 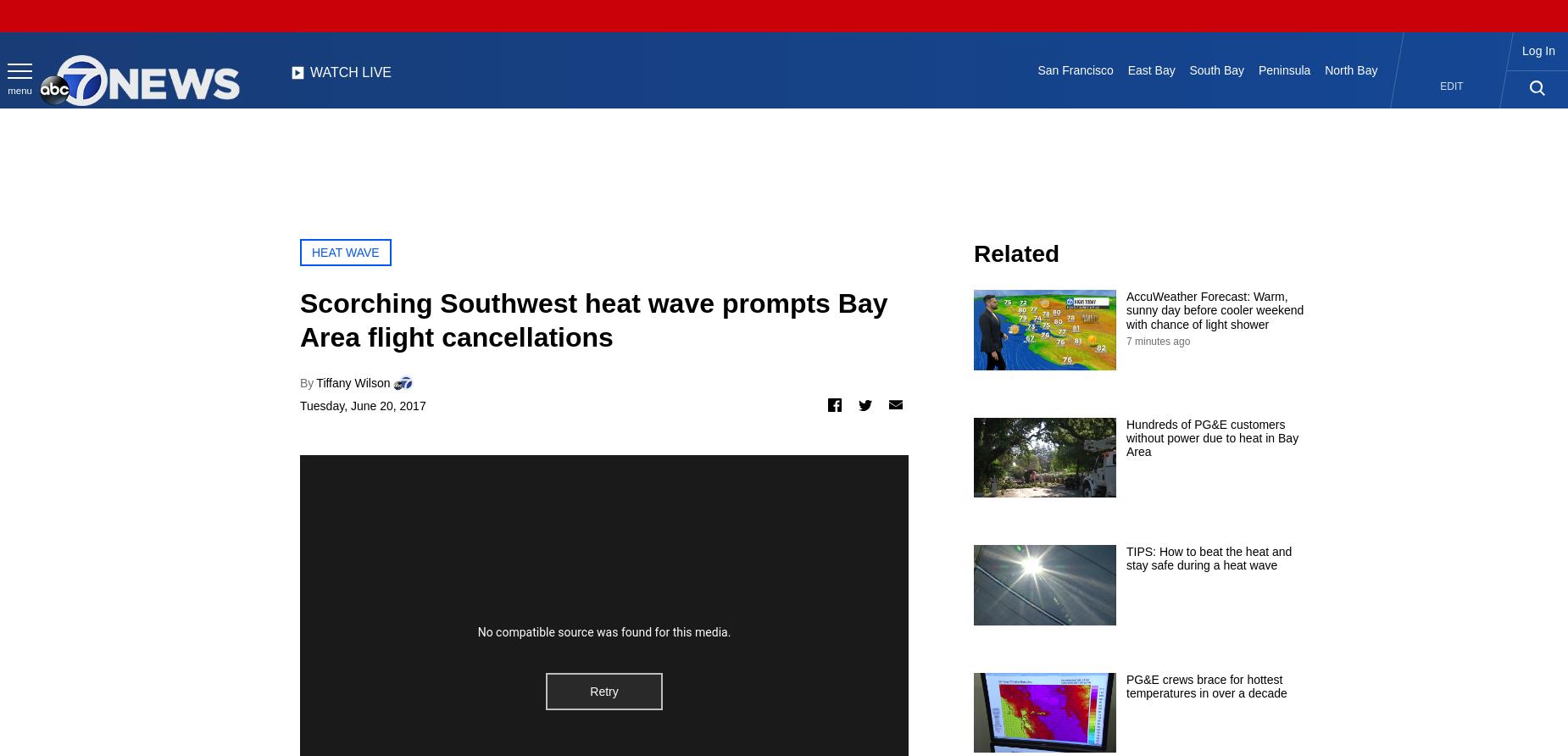 What do you see at coordinates (1209, 558) in the screenshot?
I see `'TIPS: How to beat the heat and stay safe during a heat wave'` at bounding box center [1209, 558].